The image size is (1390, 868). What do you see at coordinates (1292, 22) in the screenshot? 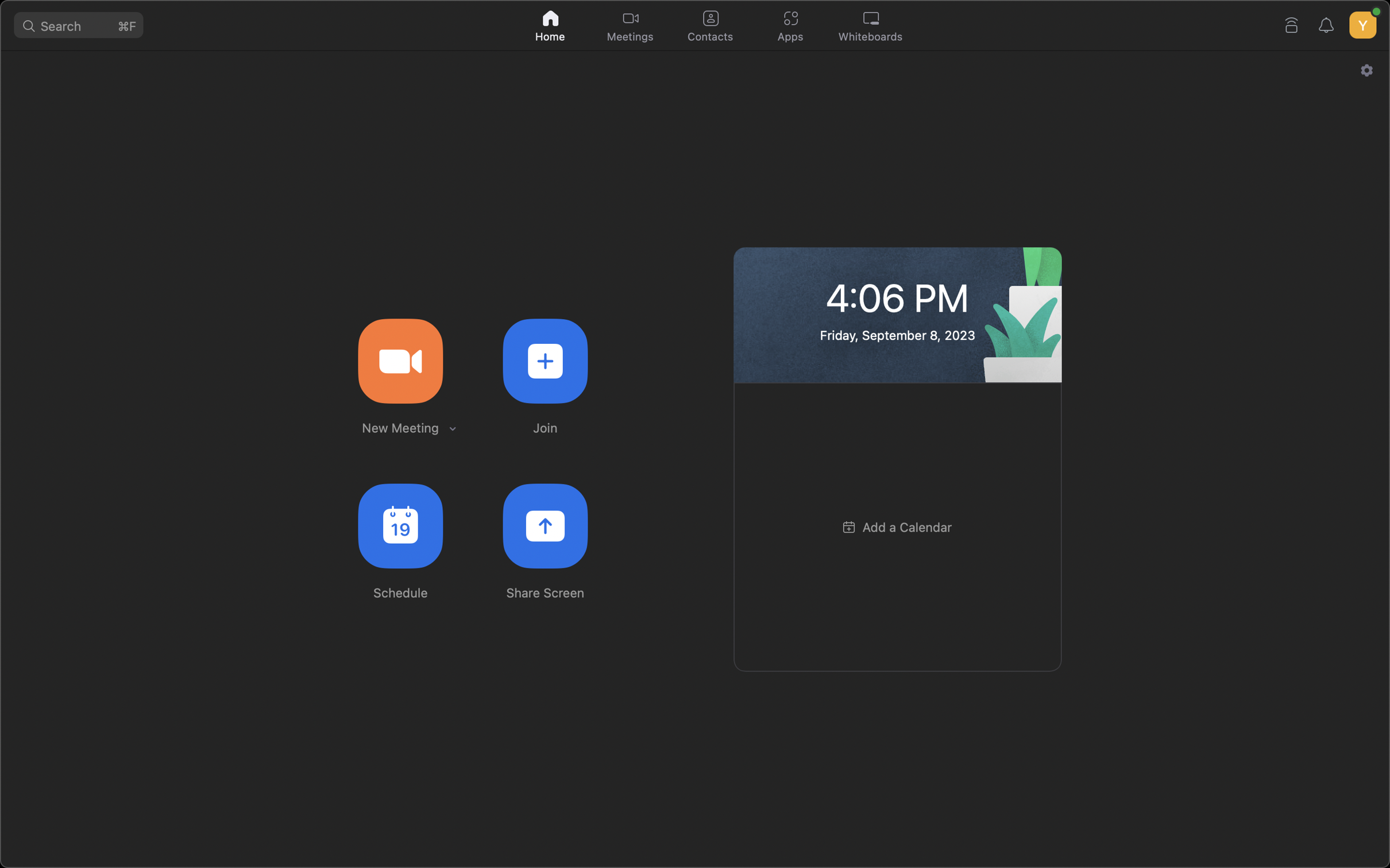
I see `Link your device to a specific Zoom Room` at bounding box center [1292, 22].